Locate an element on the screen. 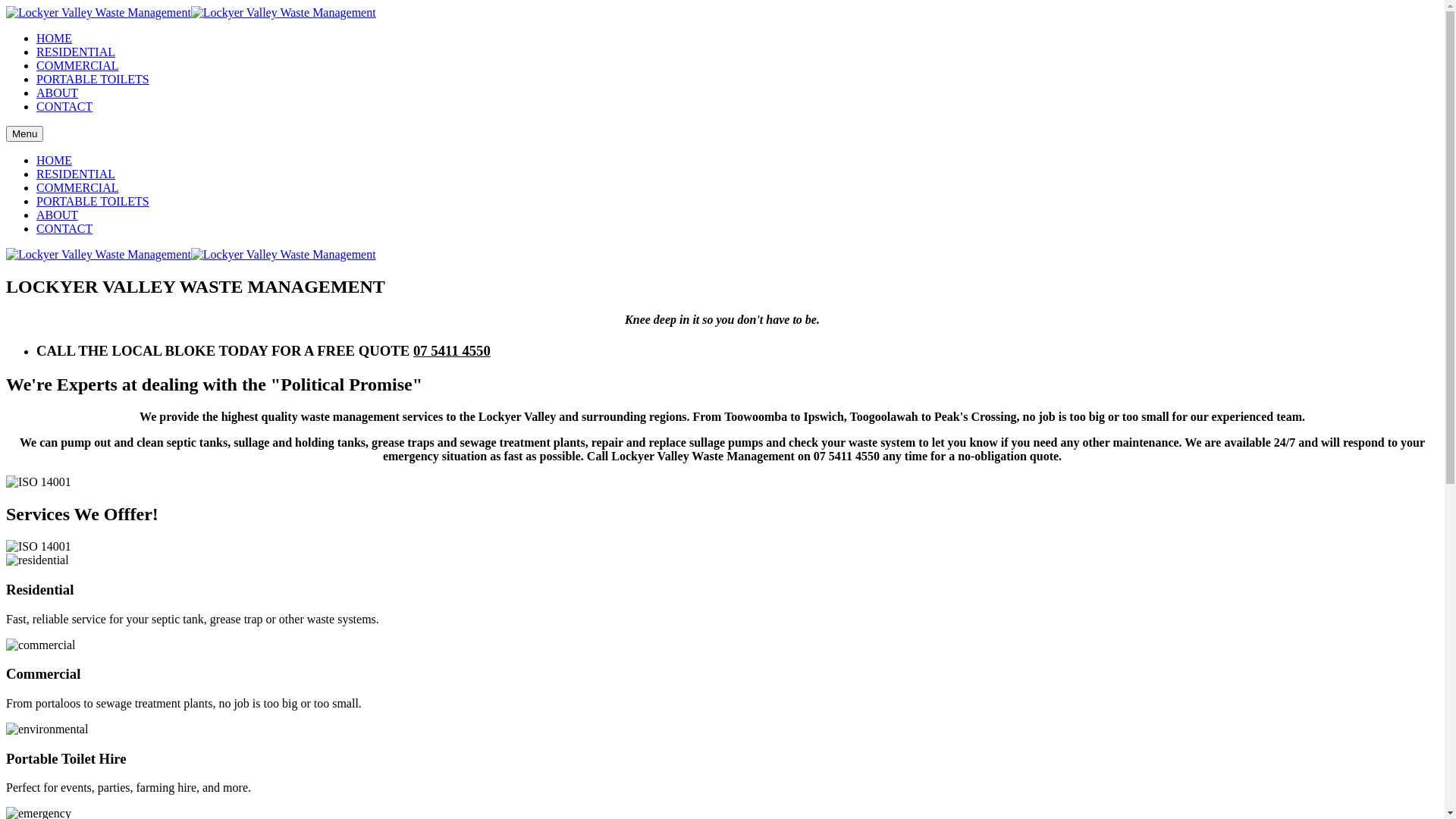 The width and height of the screenshot is (1456, 819). 'CONTACT' is located at coordinates (64, 105).